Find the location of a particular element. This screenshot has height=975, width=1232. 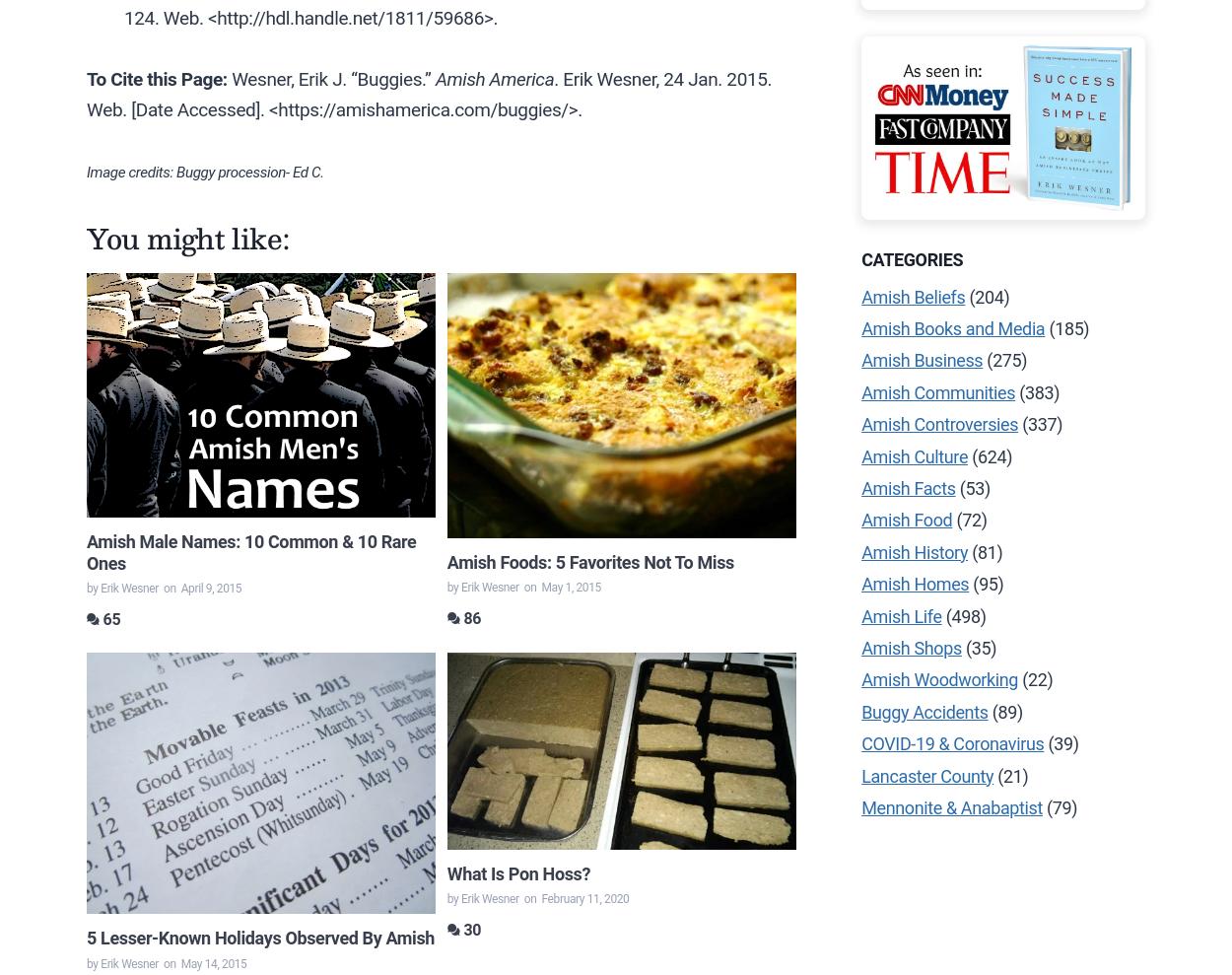

'Lancaster County' is located at coordinates (860, 774).